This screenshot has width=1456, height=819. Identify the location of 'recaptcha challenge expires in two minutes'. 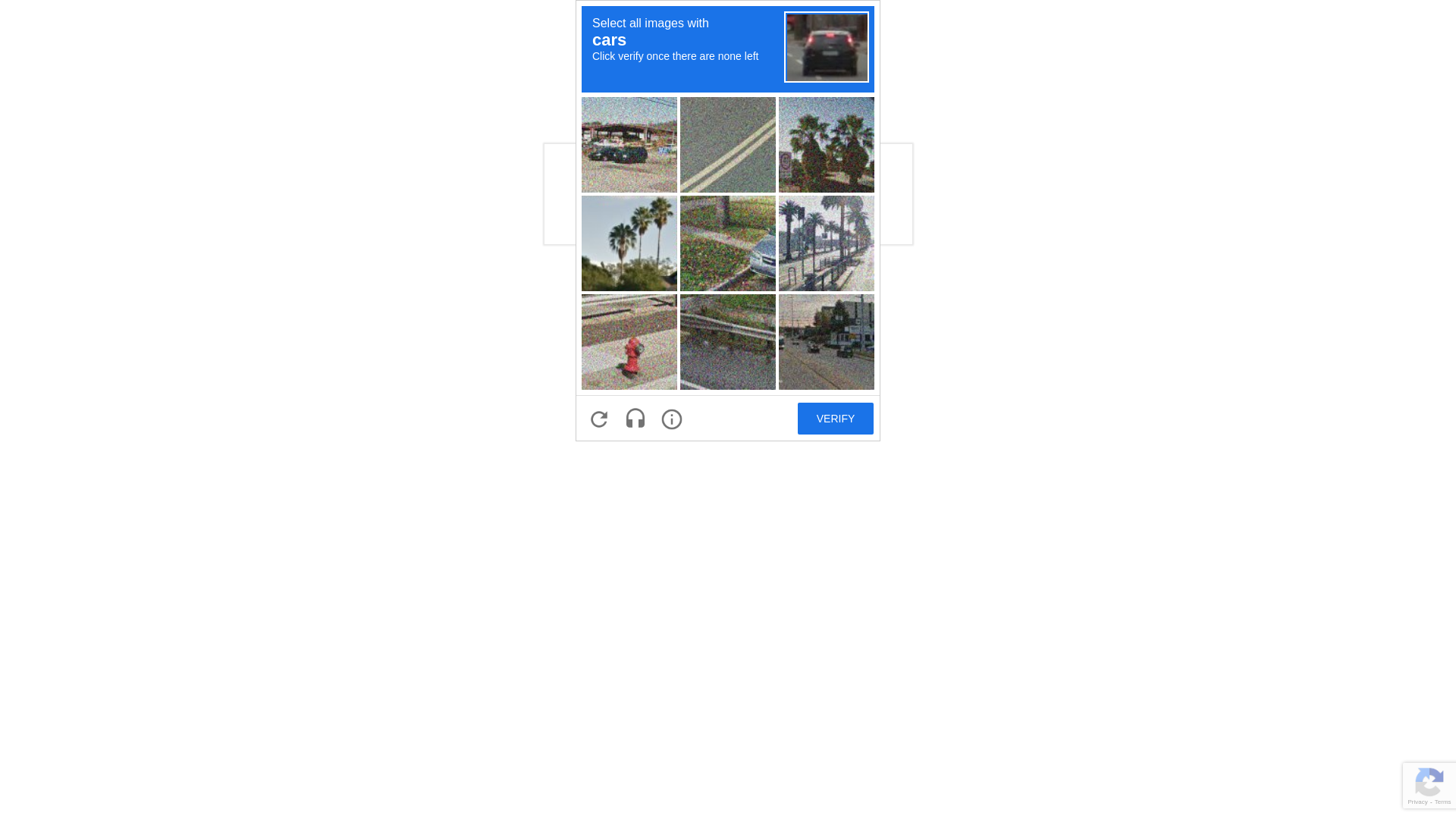
(728, 220).